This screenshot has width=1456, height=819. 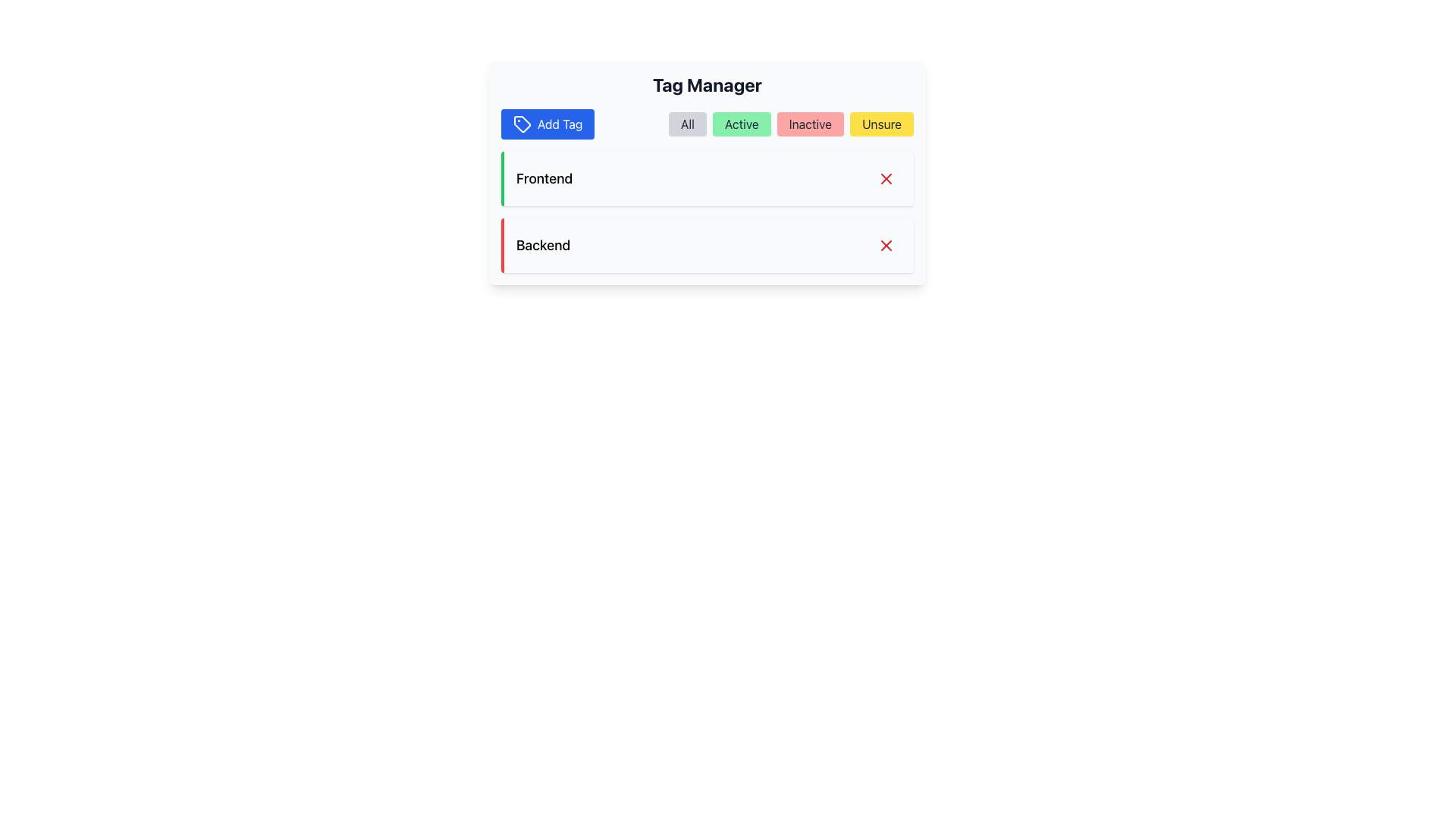 What do you see at coordinates (522, 124) in the screenshot?
I see `the small, blue-colored icon resembling a price tag located within the button labeled 'Add Tag'` at bounding box center [522, 124].